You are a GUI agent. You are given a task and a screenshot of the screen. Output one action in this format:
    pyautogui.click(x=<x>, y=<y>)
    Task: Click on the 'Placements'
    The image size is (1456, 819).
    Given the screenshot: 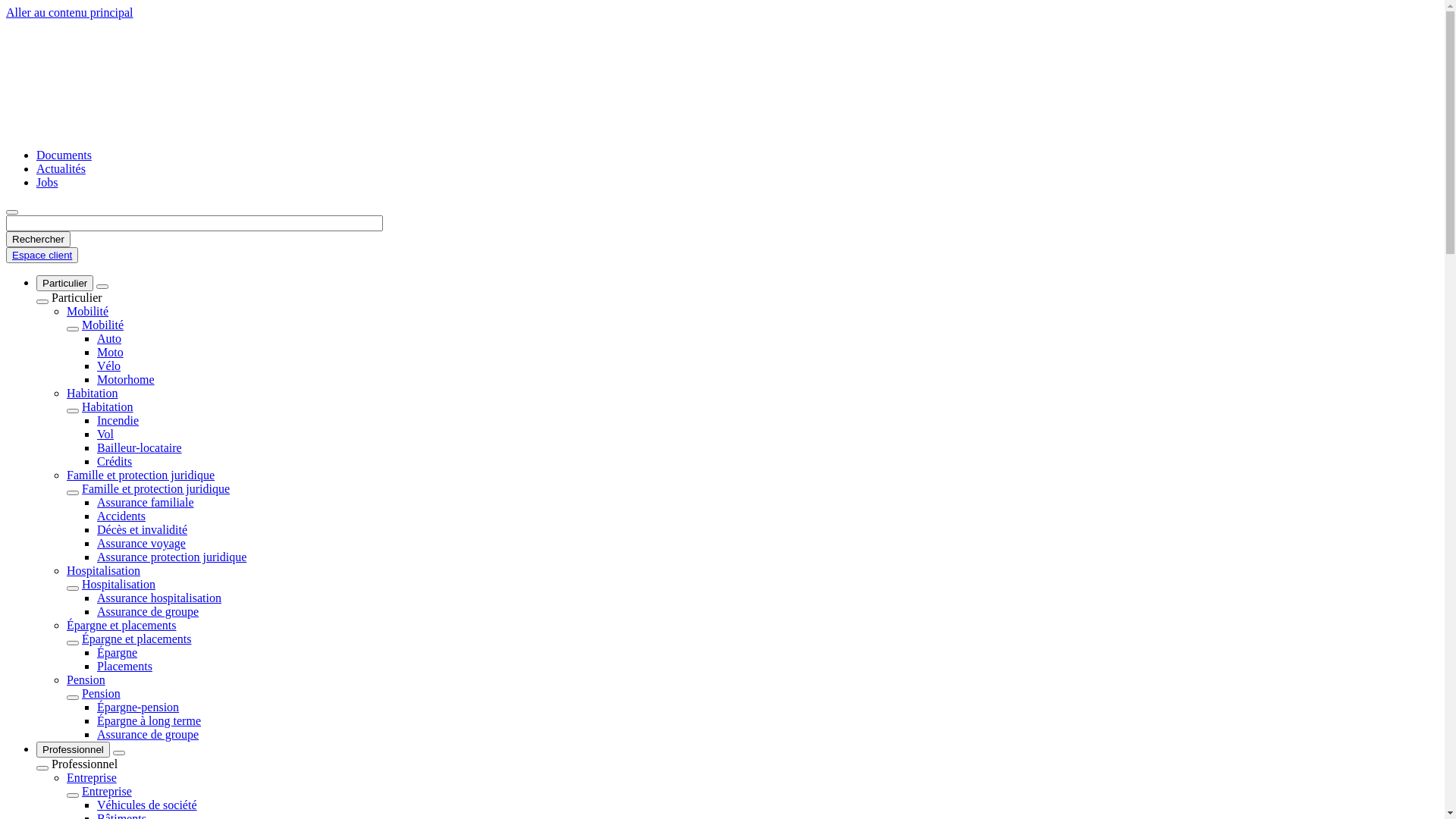 What is the action you would take?
    pyautogui.click(x=96, y=665)
    